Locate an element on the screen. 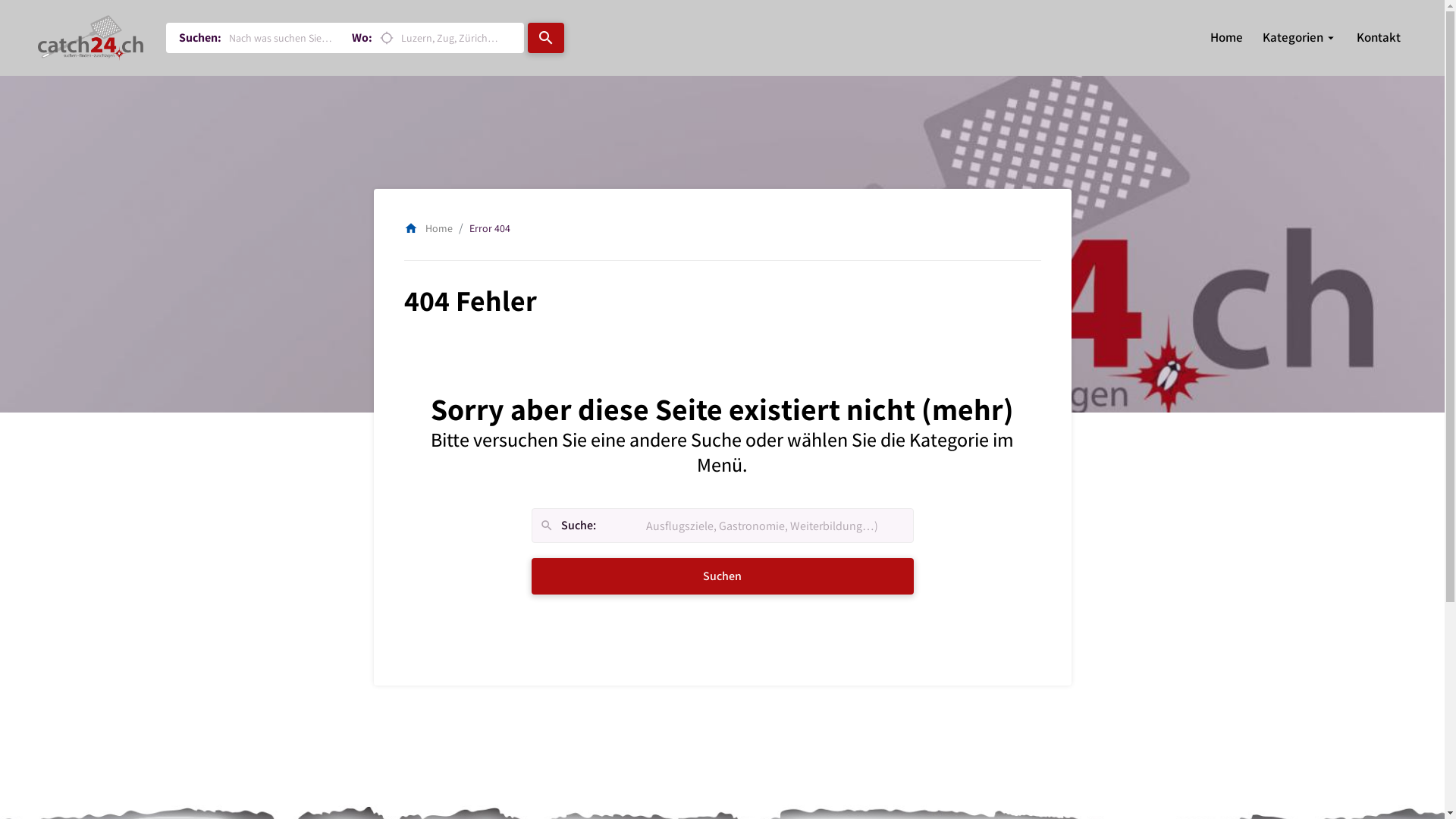 Image resolution: width=1456 pixels, height=819 pixels. 'Home' is located at coordinates (1226, 37).